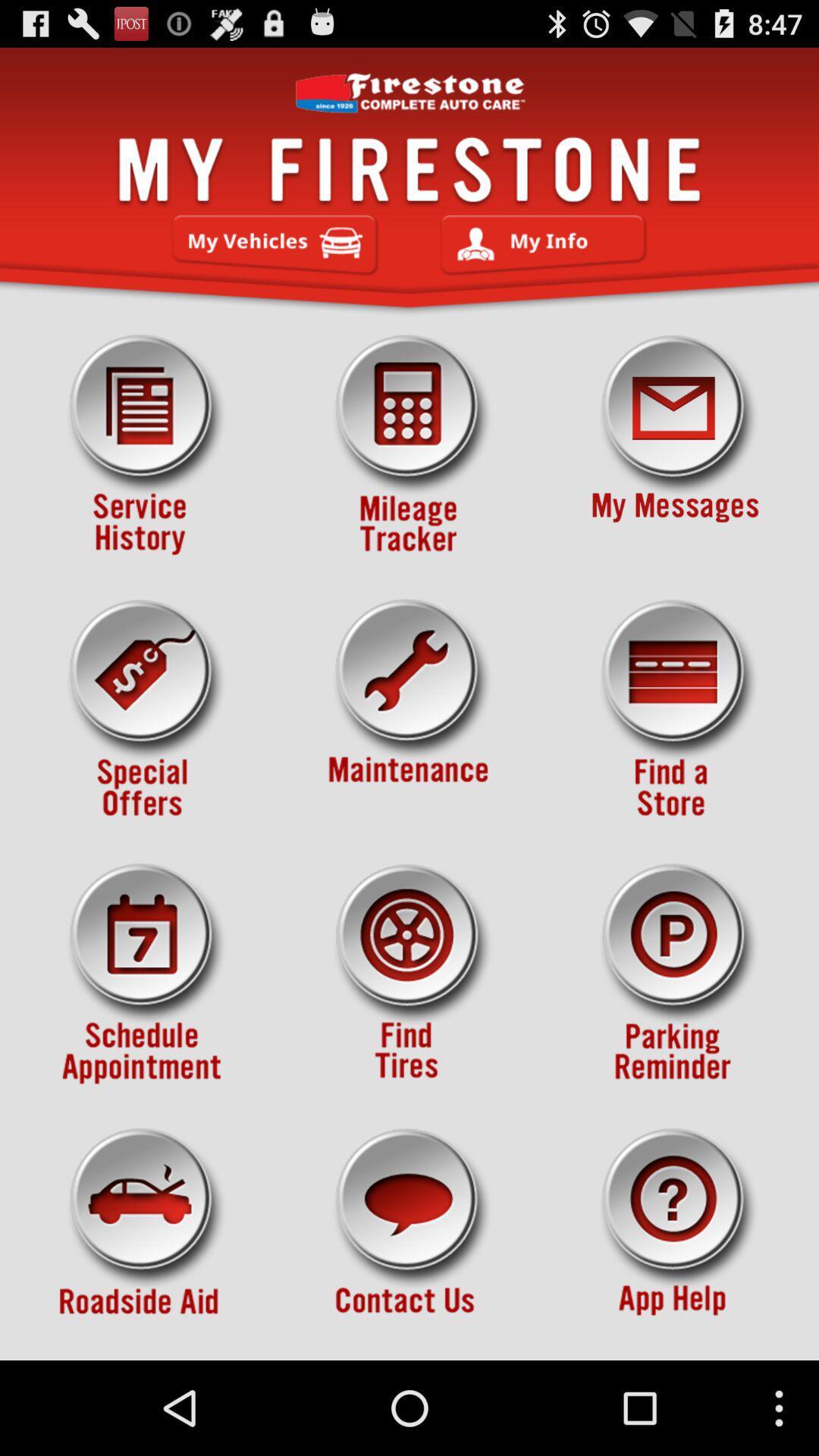  What do you see at coordinates (143, 1238) in the screenshot?
I see `roadside aid option` at bounding box center [143, 1238].